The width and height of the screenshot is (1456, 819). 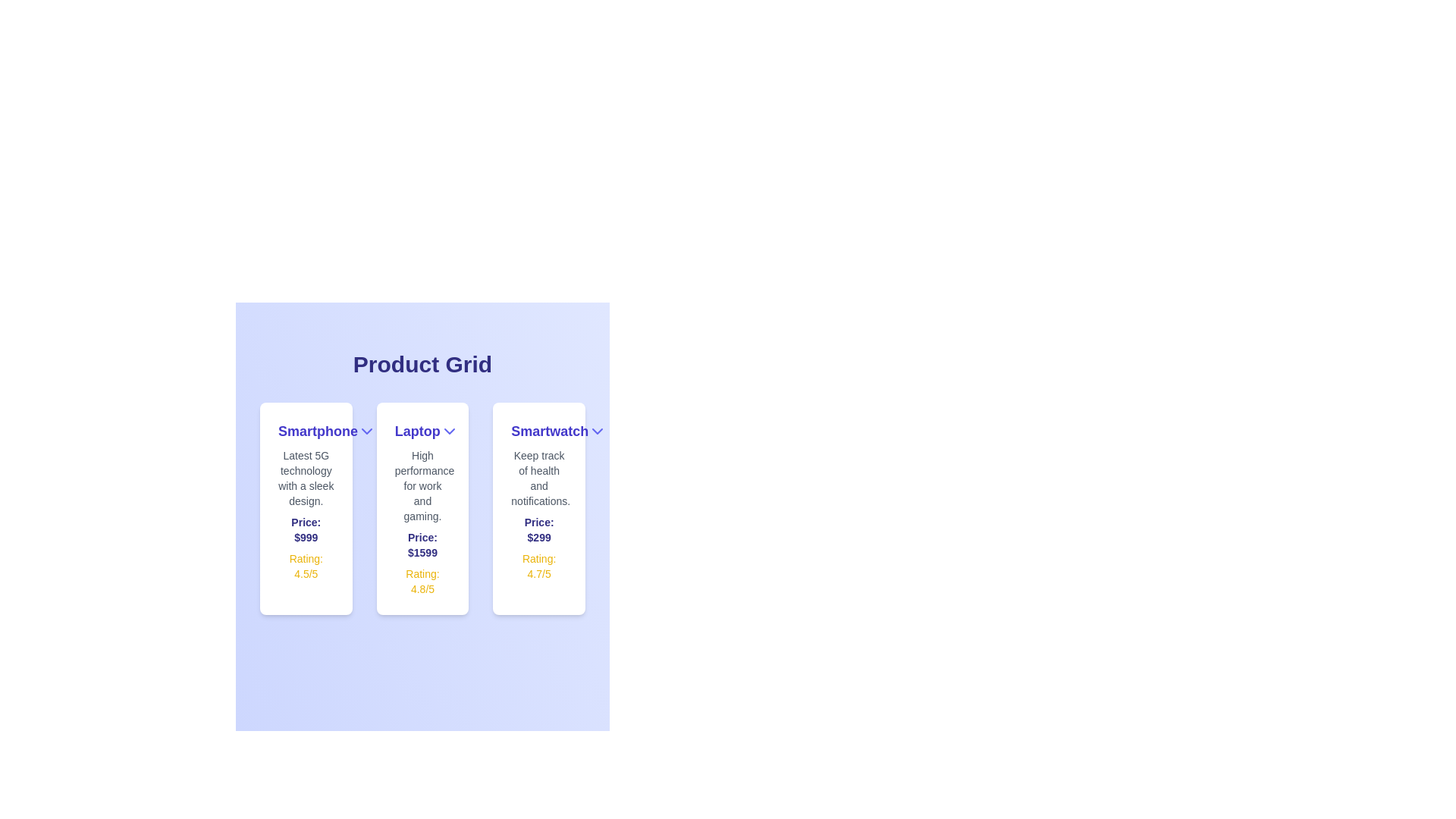 What do you see at coordinates (549, 431) in the screenshot?
I see `text displayed as the title or header of the smartwatch product card, which is located at the top of the third card in a horizontal row of three product cards` at bounding box center [549, 431].